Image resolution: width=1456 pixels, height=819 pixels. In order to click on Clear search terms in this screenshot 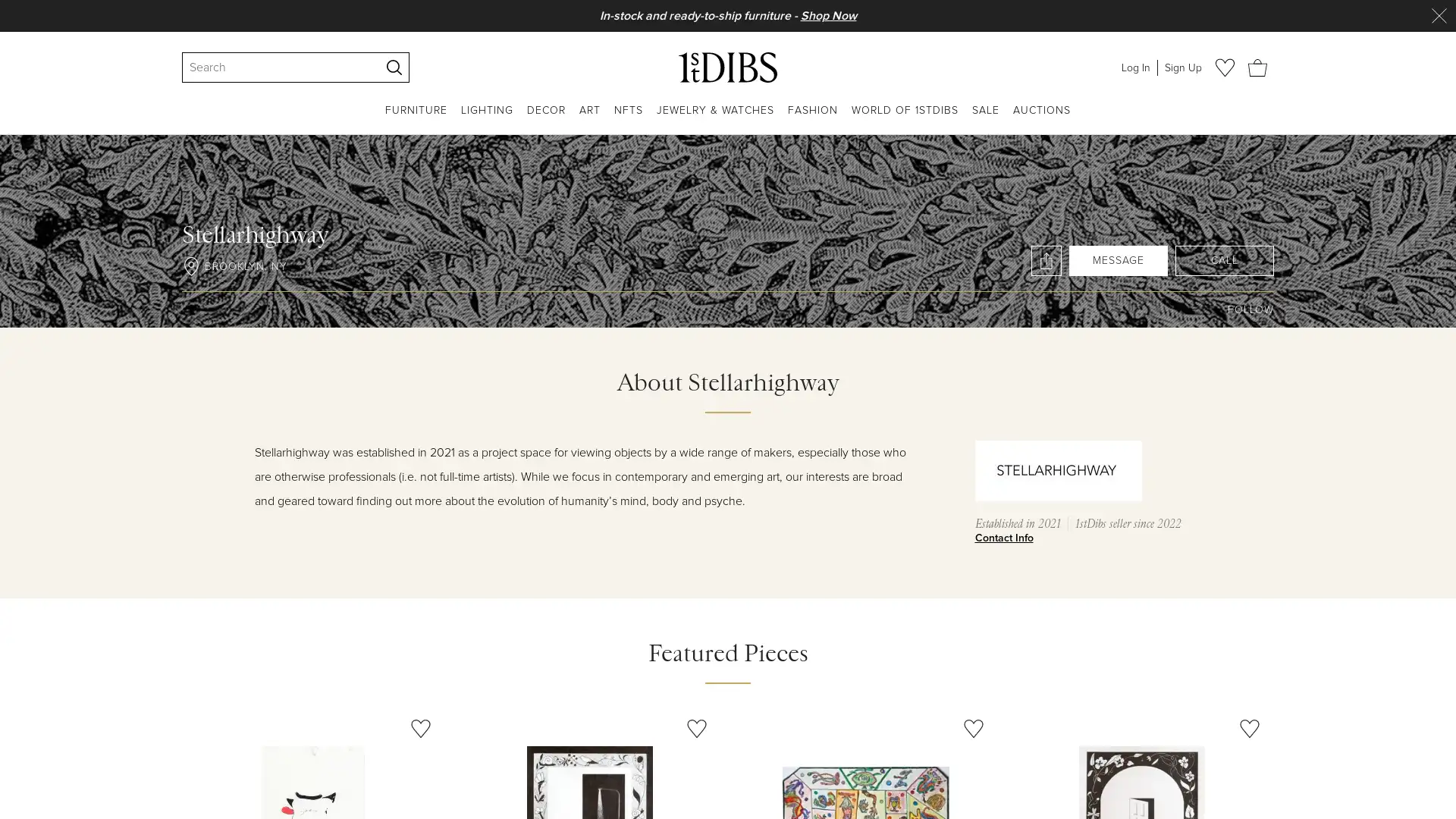, I will do `click(369, 66)`.